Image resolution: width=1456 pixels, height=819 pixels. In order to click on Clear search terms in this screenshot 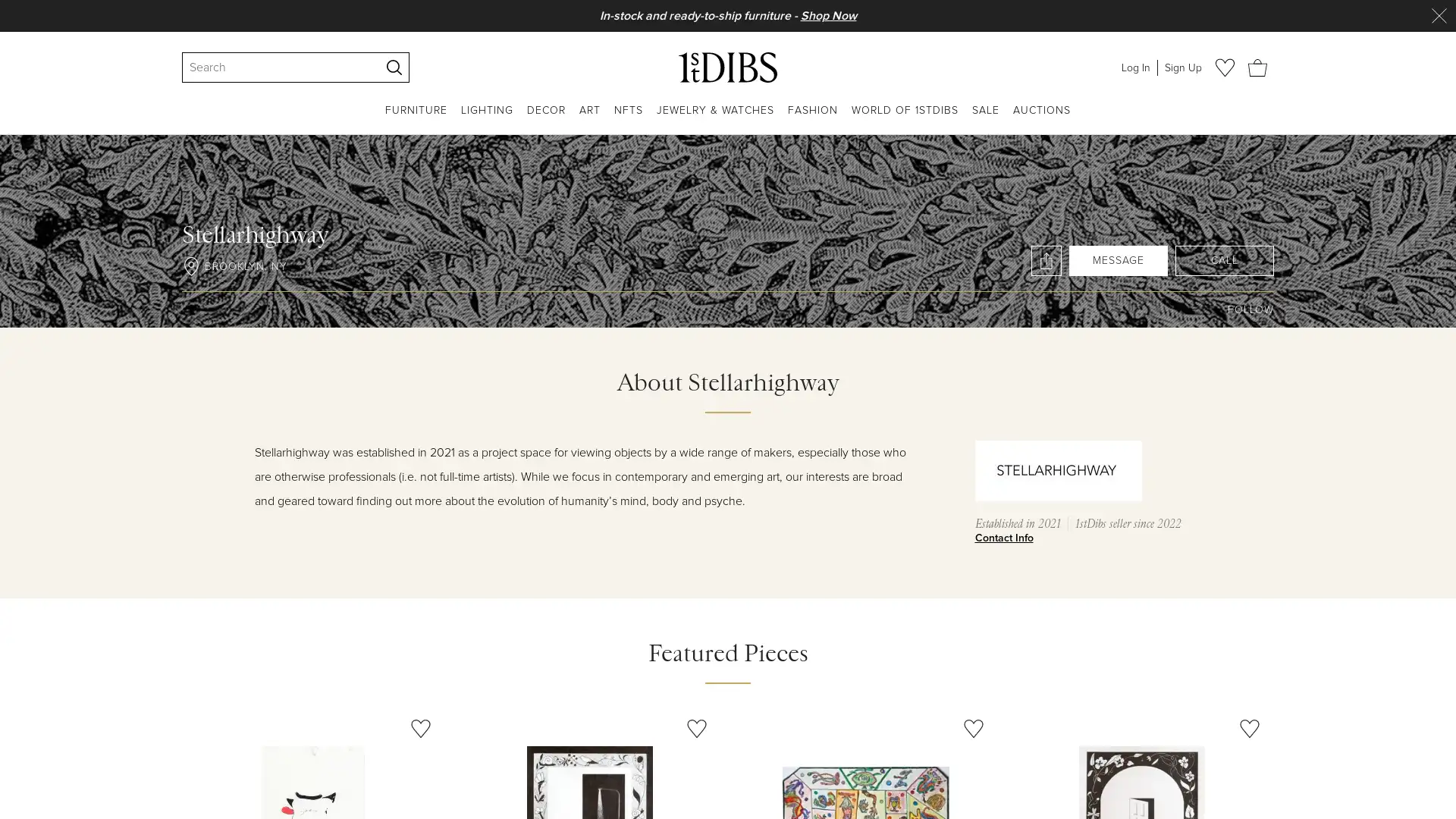, I will do `click(369, 66)`.